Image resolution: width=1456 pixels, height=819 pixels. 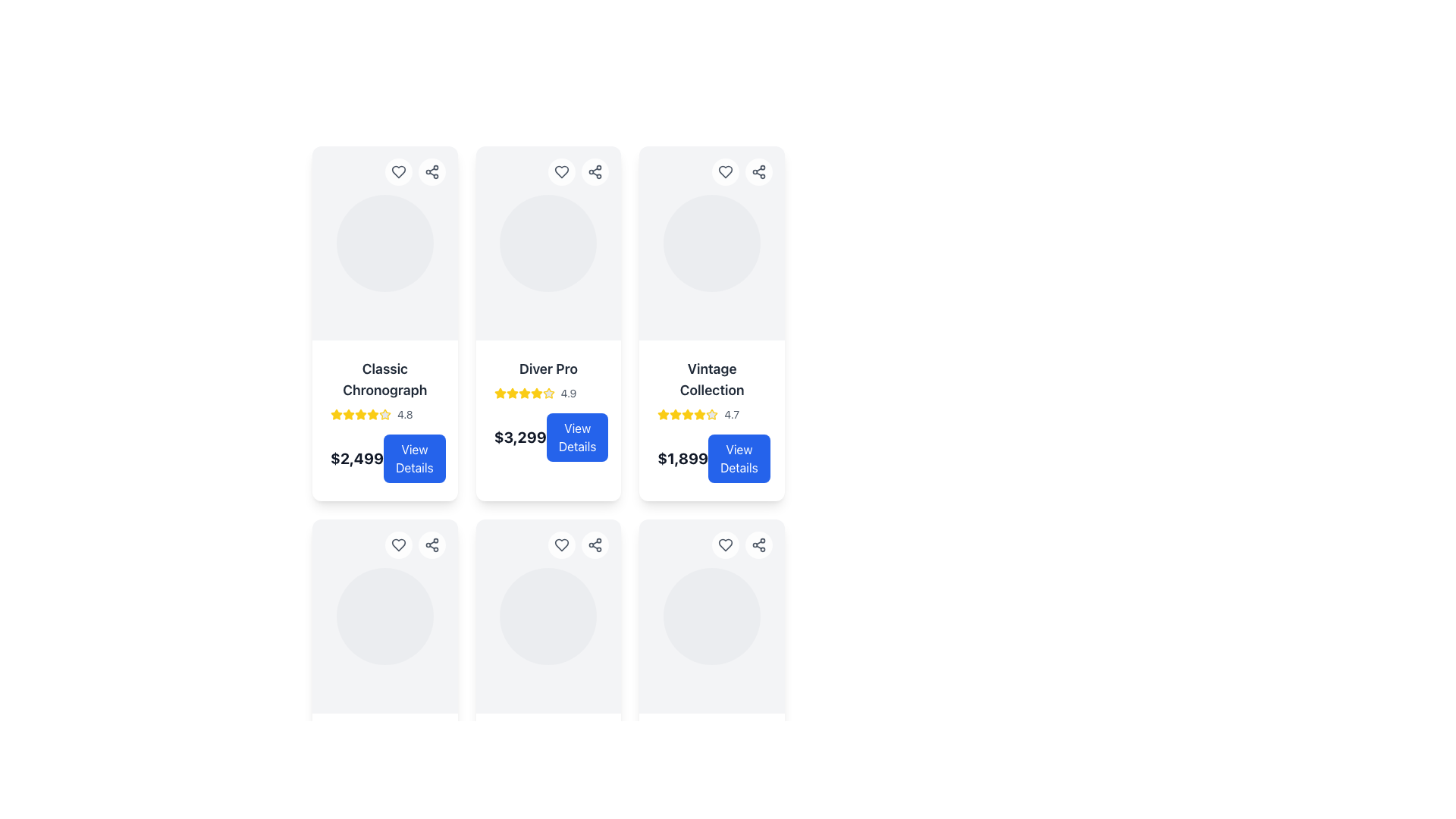 What do you see at coordinates (561, 544) in the screenshot?
I see `the first icon button featuring a heart-shaped outline located at the upper right corner of the card` at bounding box center [561, 544].